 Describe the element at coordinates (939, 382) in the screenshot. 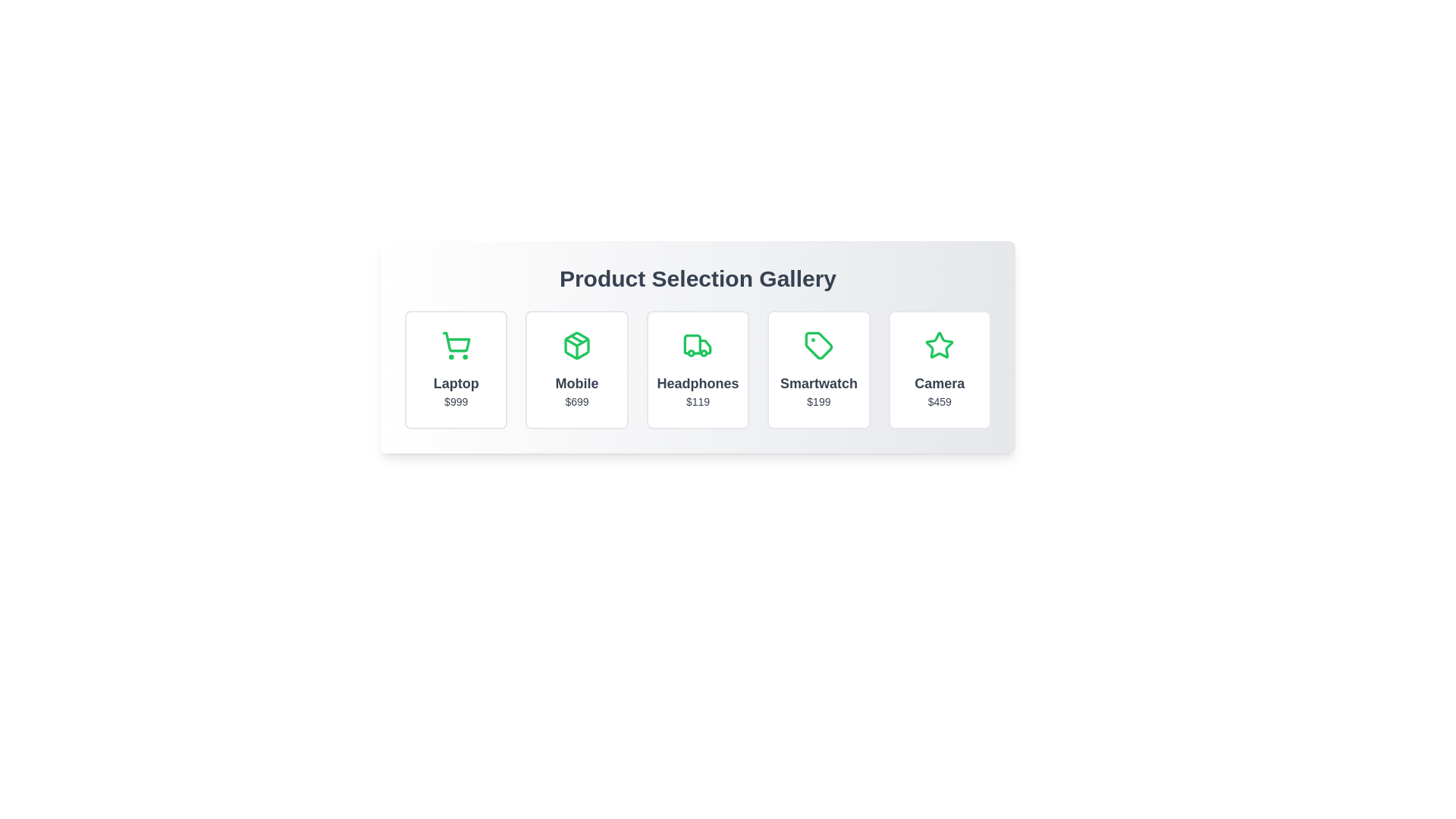

I see `the 'Camera' text label which is displayed in bold, large font as part of the product listing card in the horizontal gallery` at that location.